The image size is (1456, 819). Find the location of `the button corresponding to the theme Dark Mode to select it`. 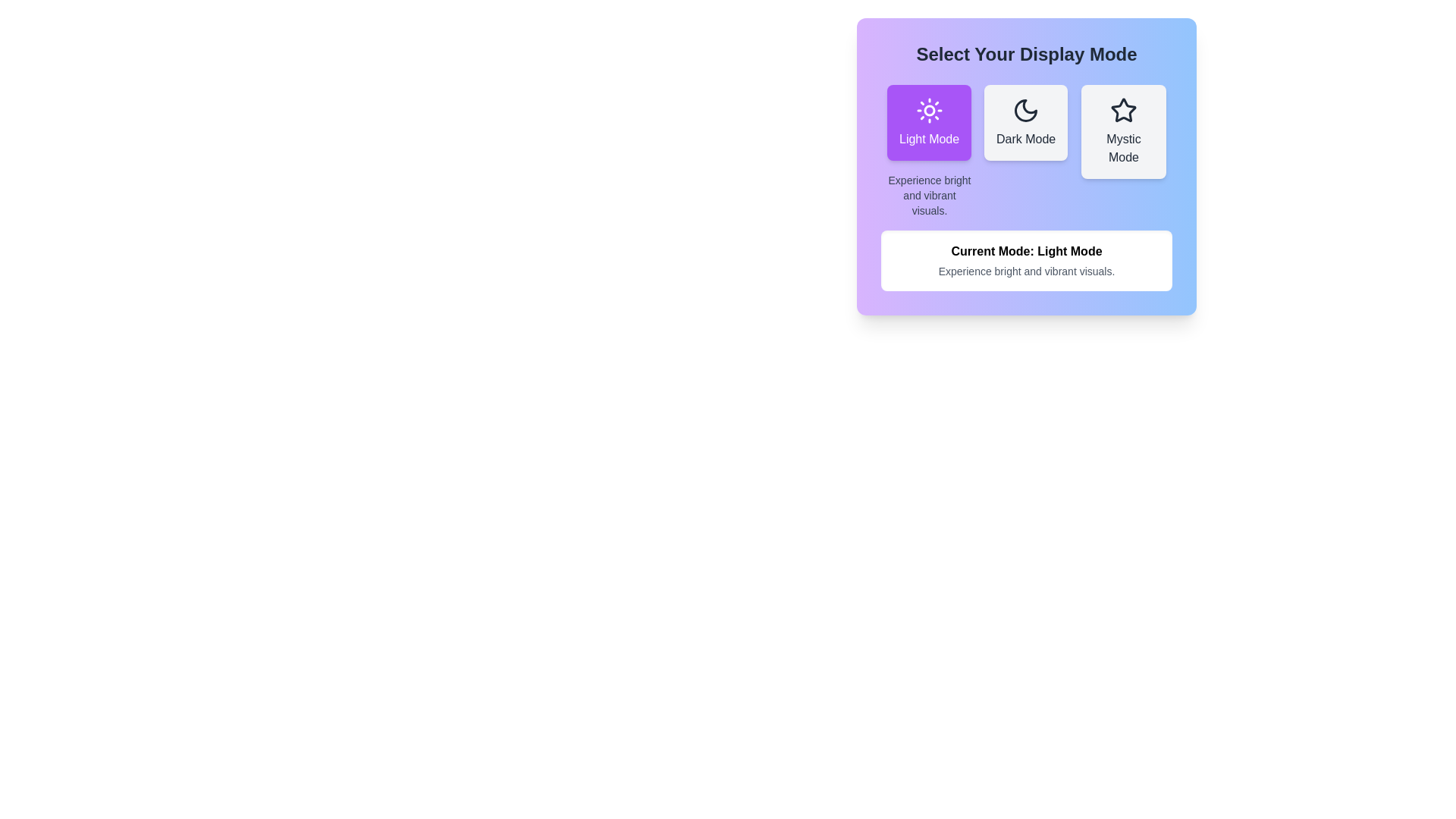

the button corresponding to the theme Dark Mode to select it is located at coordinates (1026, 122).